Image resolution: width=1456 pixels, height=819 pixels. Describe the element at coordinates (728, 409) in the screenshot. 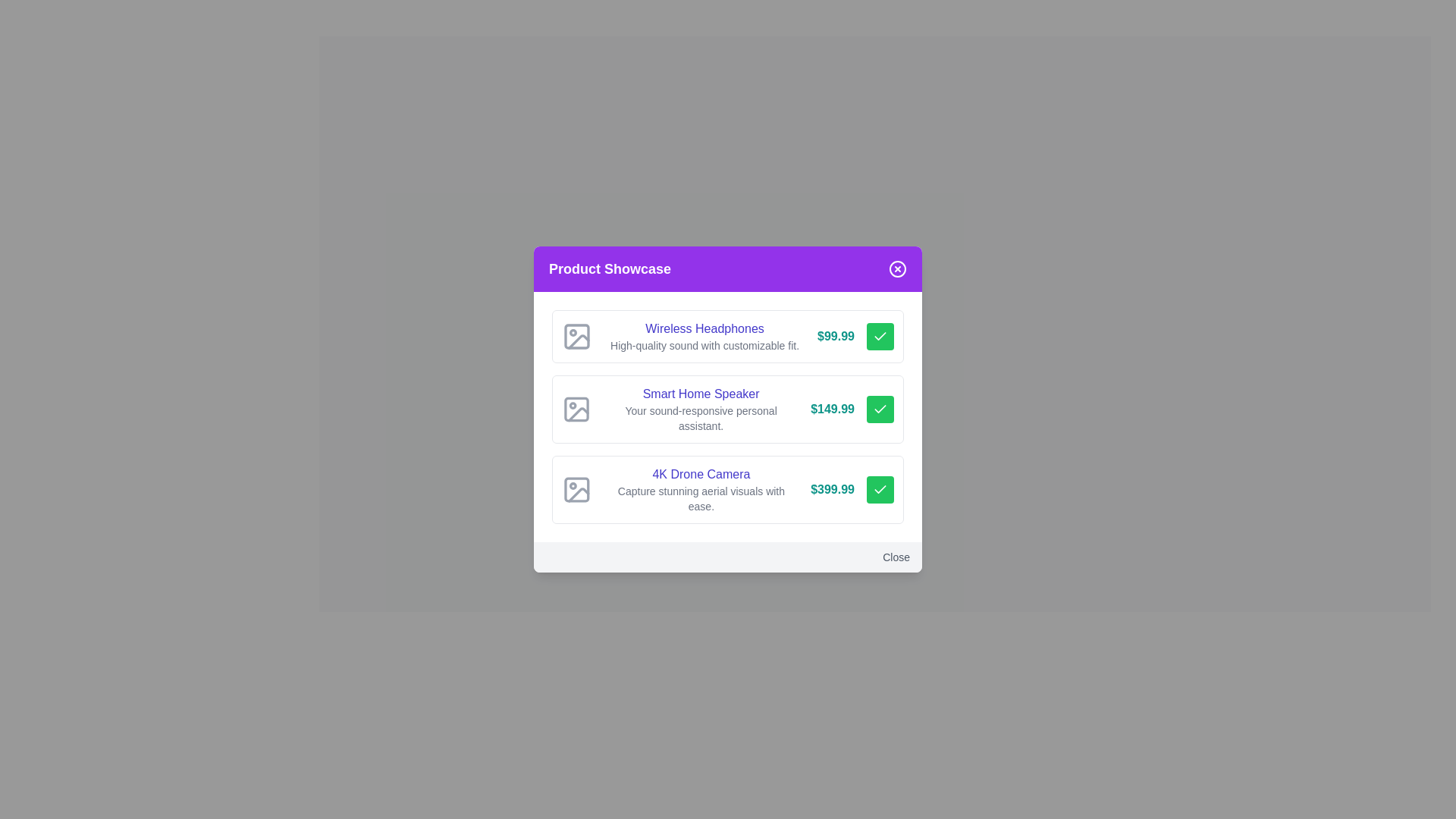

I see `the product content within the modal titled 'Product Showcase', which has a white background, rounded corners, and is centrally positioned` at that location.